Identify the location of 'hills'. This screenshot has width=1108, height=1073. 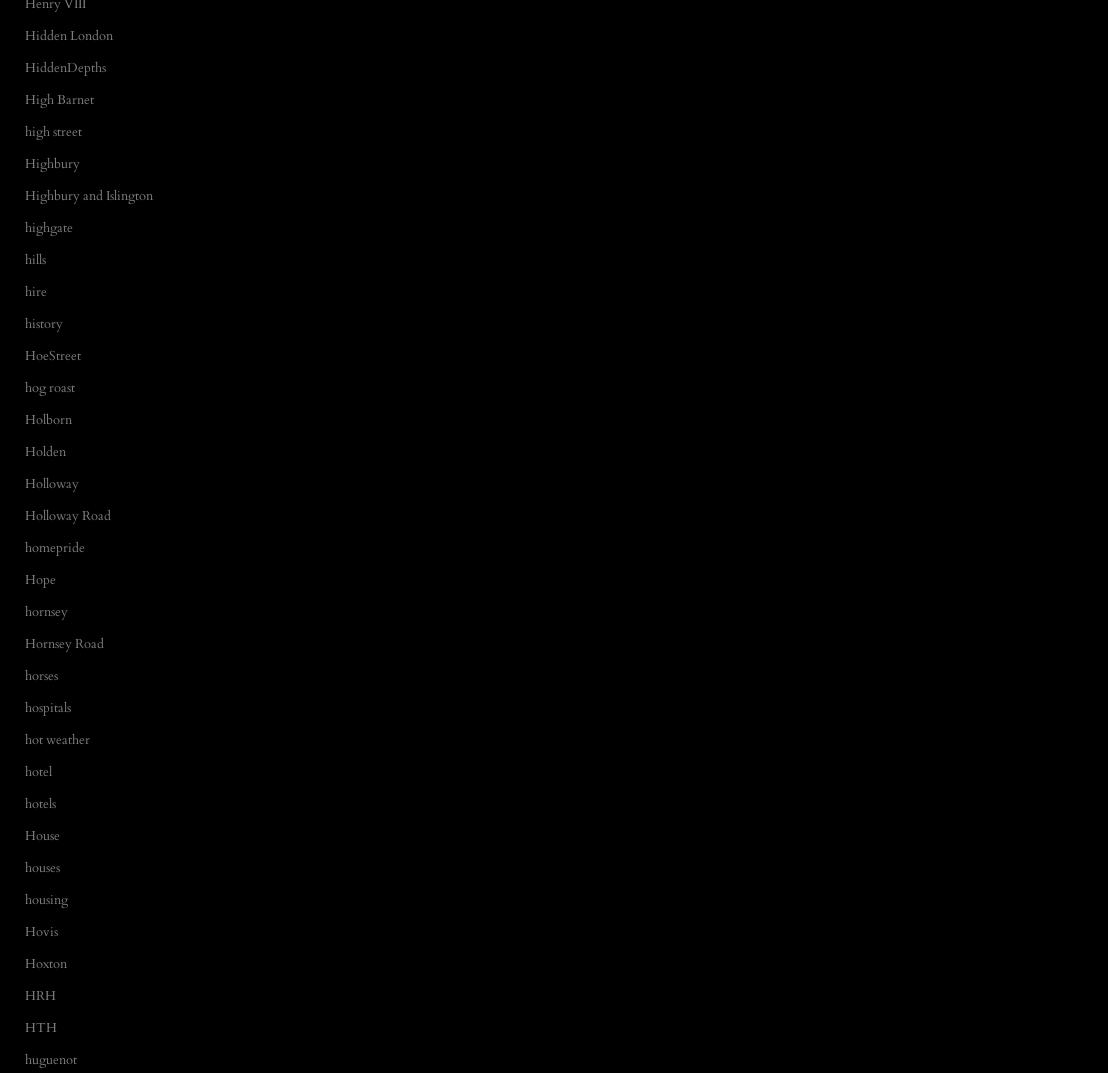
(35, 258).